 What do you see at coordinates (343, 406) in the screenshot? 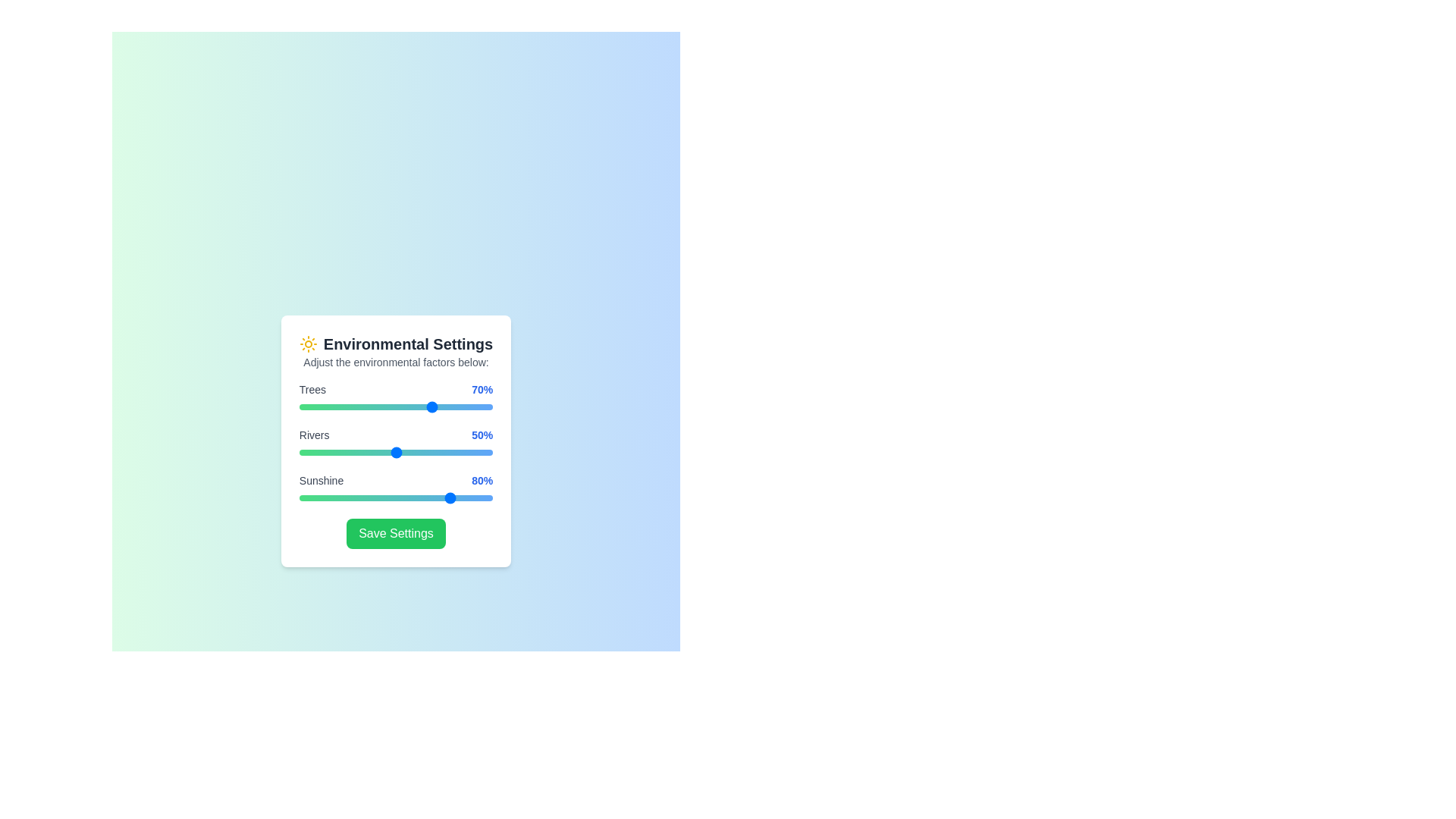
I see `the 0 slider to 23%` at bounding box center [343, 406].